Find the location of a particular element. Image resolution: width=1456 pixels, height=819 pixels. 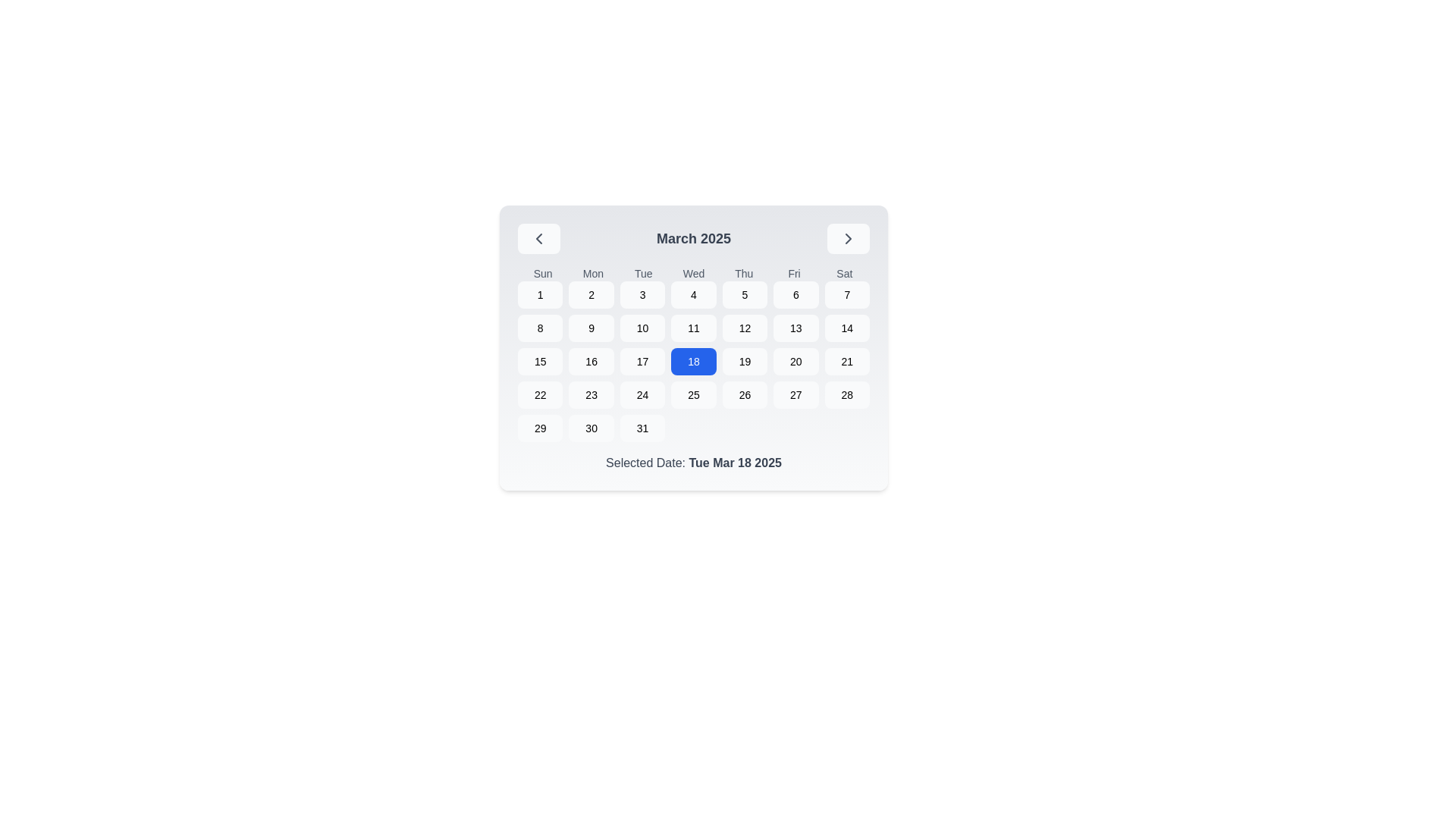

the text label representing 'Wed' in the weekly calendar view, which is positioned fourth from the left in the top row of the calendar component is located at coordinates (693, 274).